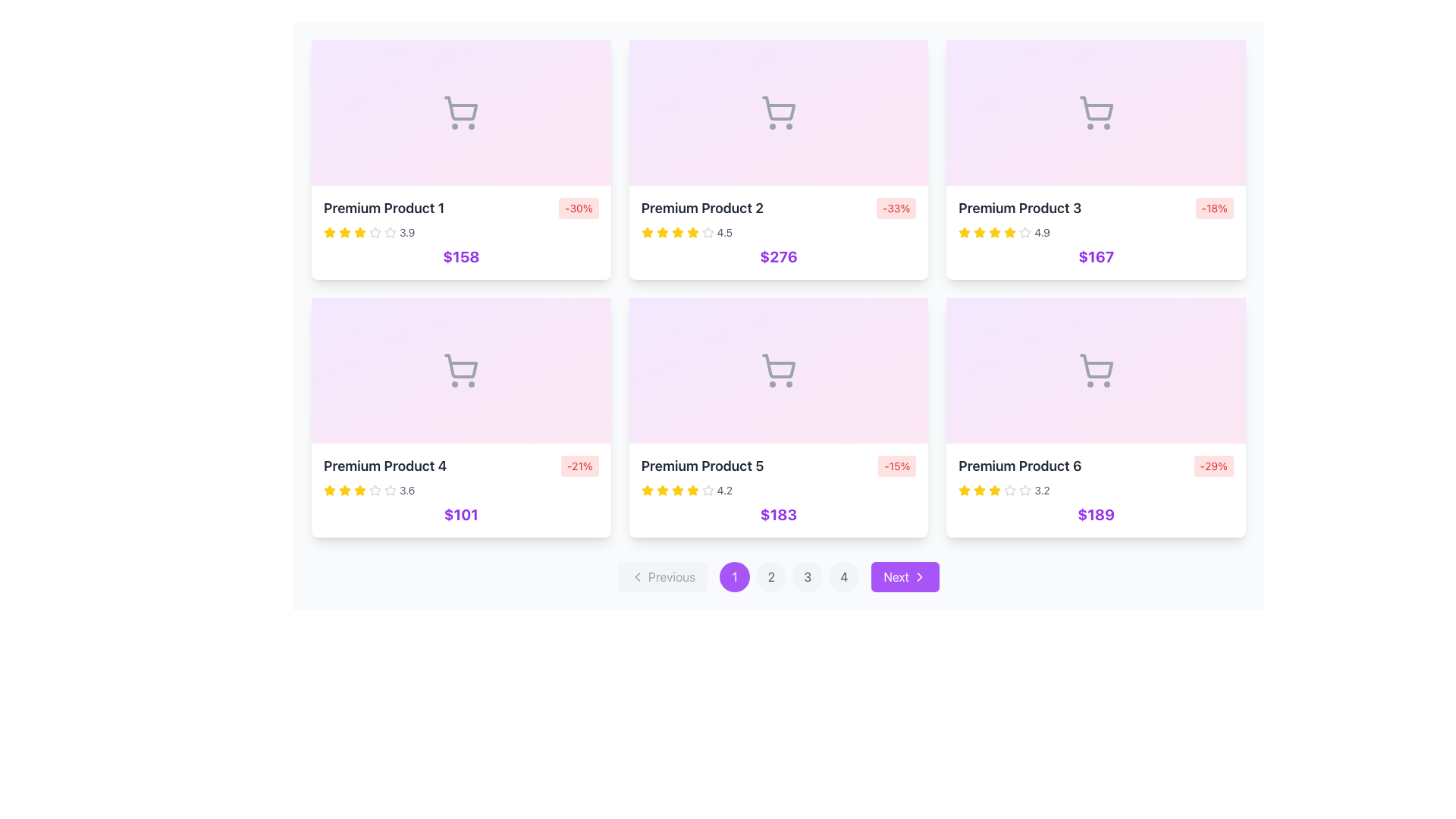 The height and width of the screenshot is (819, 1456). Describe the element at coordinates (905, 576) in the screenshot. I see `the purple 'Next' button with rounded corners located at the bottom-right of the interface to change its background color to a darker shade` at that location.